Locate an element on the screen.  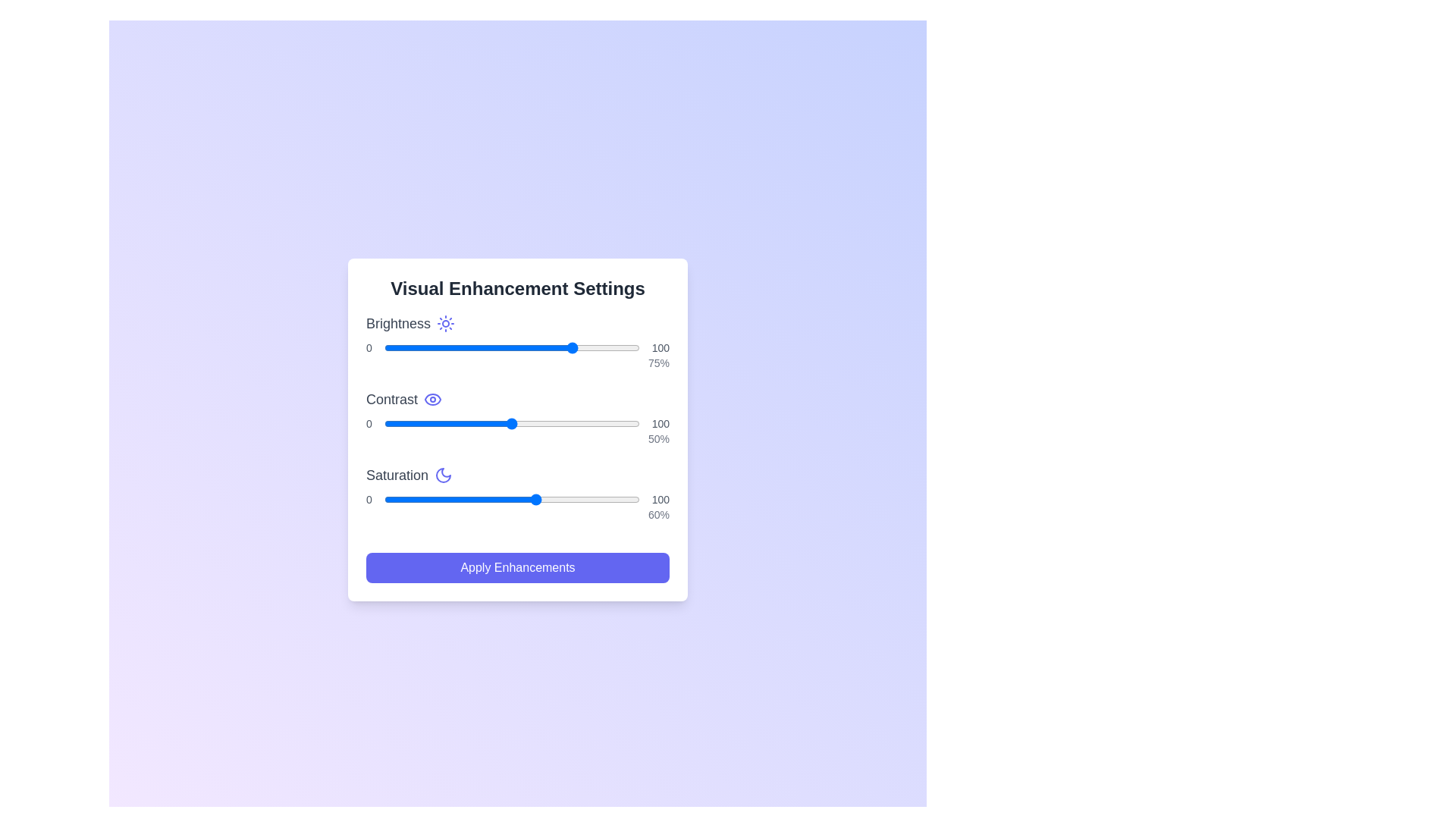
the contrast slider to set the contrast to 62% is located at coordinates (542, 424).